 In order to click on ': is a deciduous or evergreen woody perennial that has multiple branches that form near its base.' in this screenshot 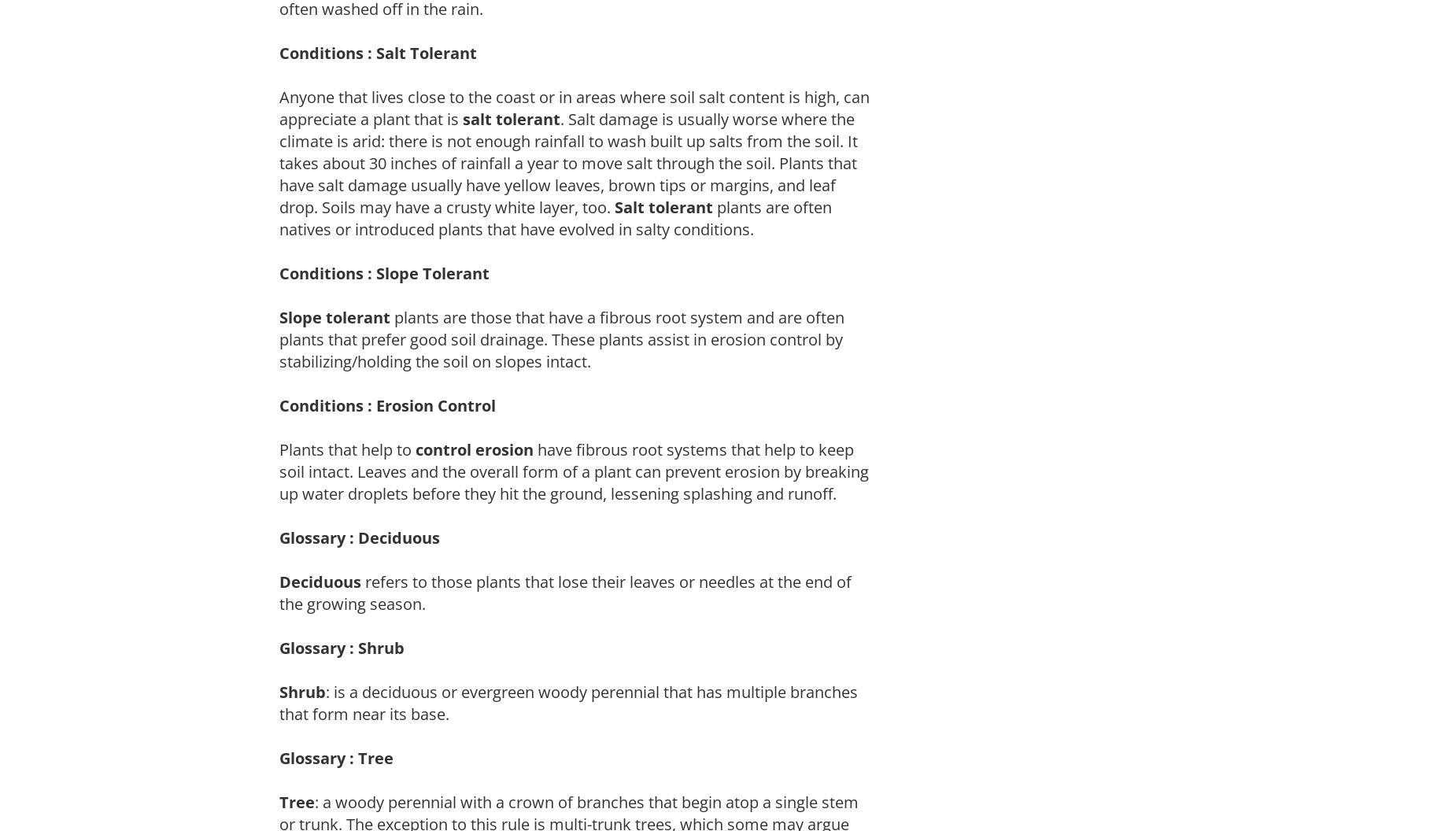, I will do `click(568, 701)`.